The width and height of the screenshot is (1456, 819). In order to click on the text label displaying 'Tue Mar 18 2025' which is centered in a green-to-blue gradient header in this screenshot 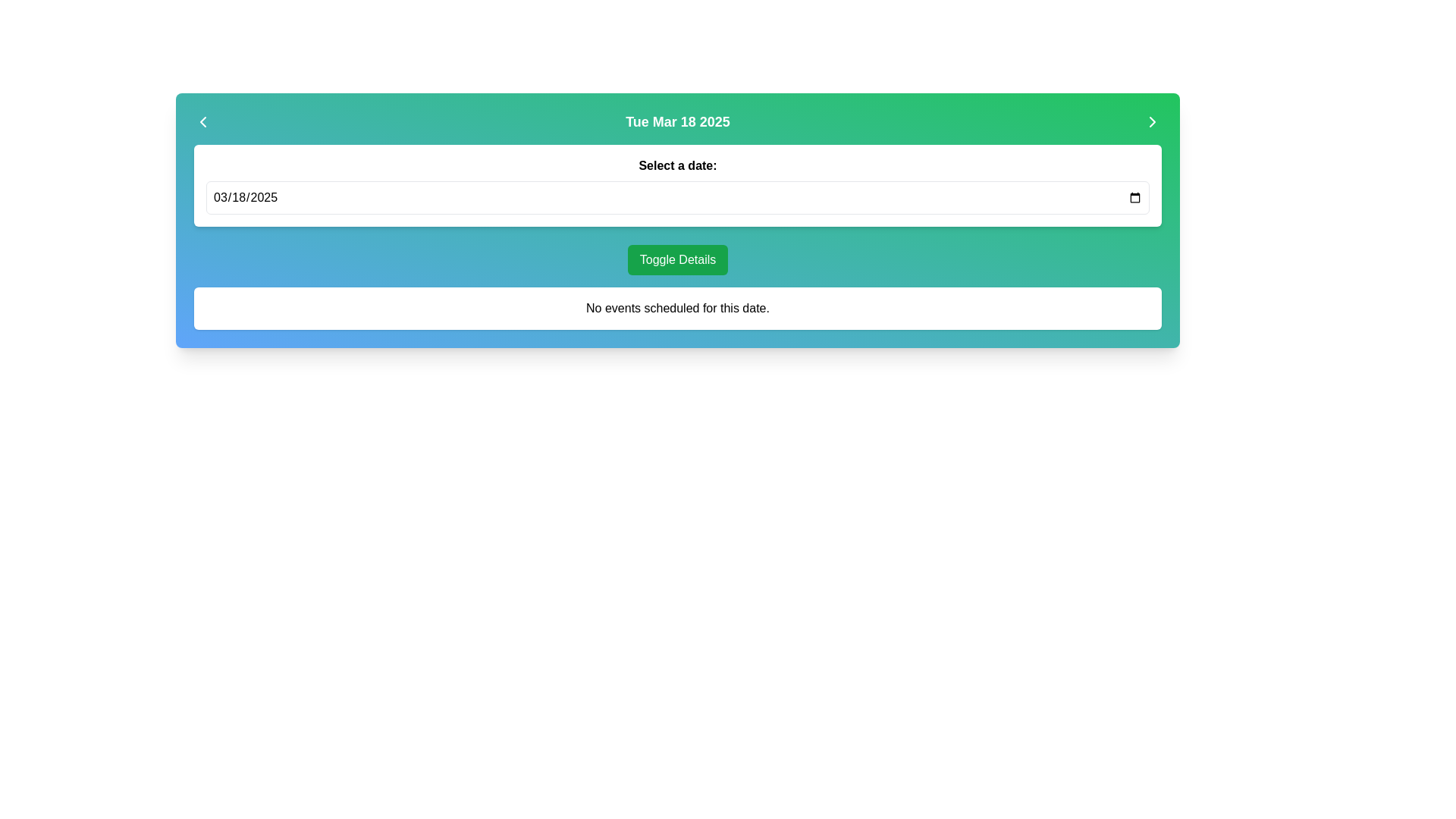, I will do `click(676, 121)`.